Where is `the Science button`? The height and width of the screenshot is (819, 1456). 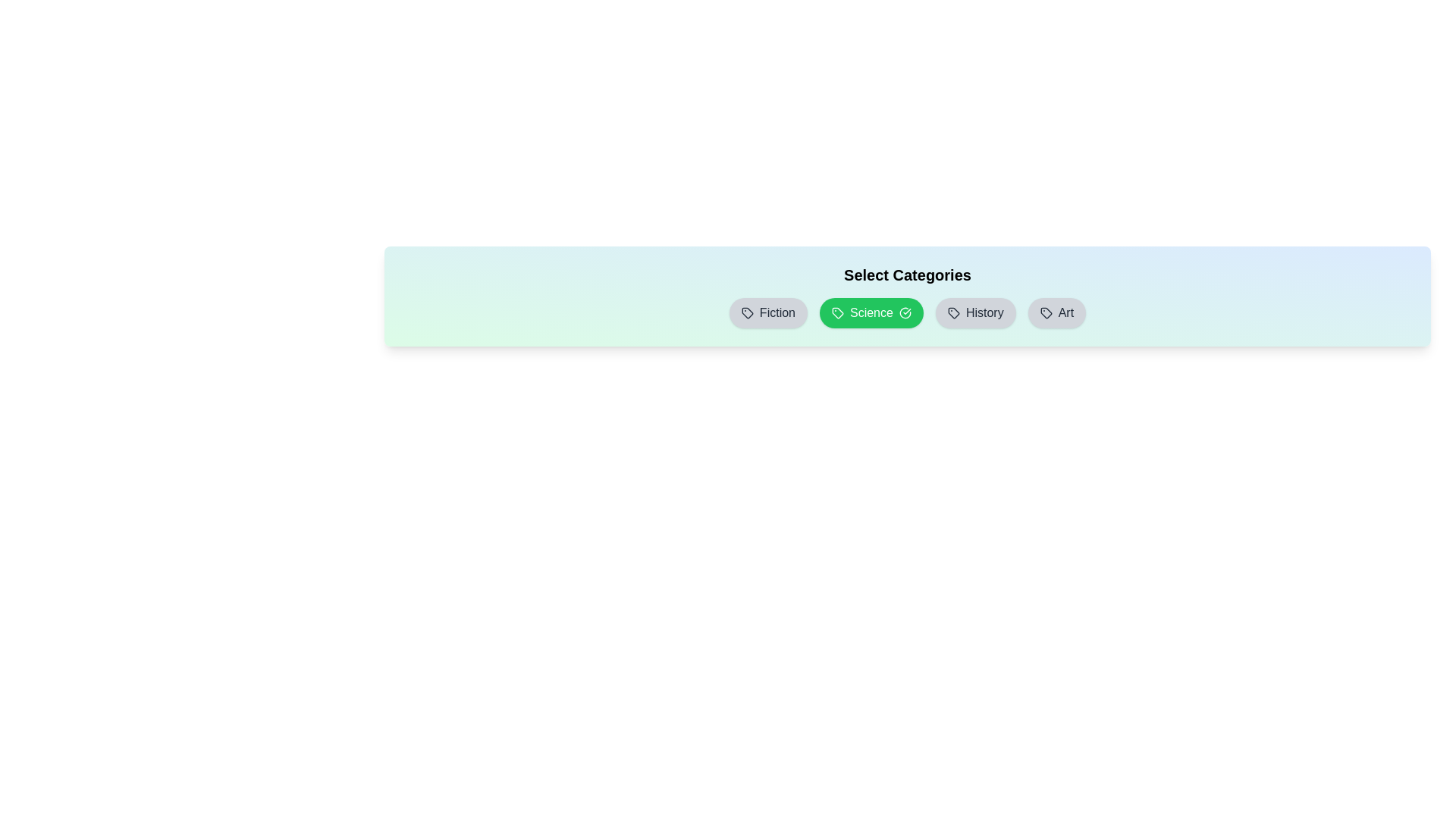 the Science button is located at coordinates (871, 312).